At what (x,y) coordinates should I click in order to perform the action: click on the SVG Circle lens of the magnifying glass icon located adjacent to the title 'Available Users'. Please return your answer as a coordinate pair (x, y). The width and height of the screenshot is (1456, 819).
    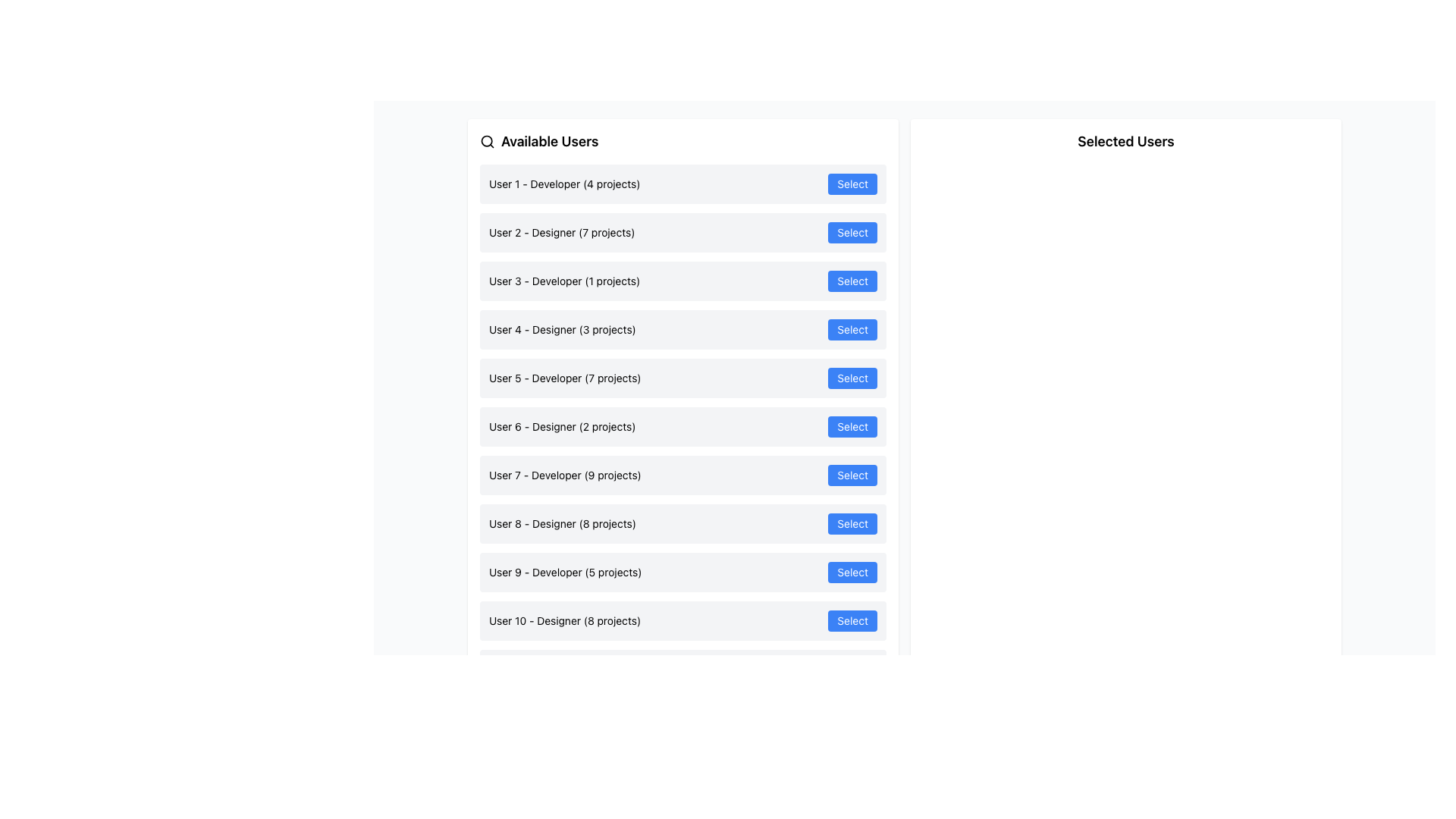
    Looking at the image, I should click on (487, 141).